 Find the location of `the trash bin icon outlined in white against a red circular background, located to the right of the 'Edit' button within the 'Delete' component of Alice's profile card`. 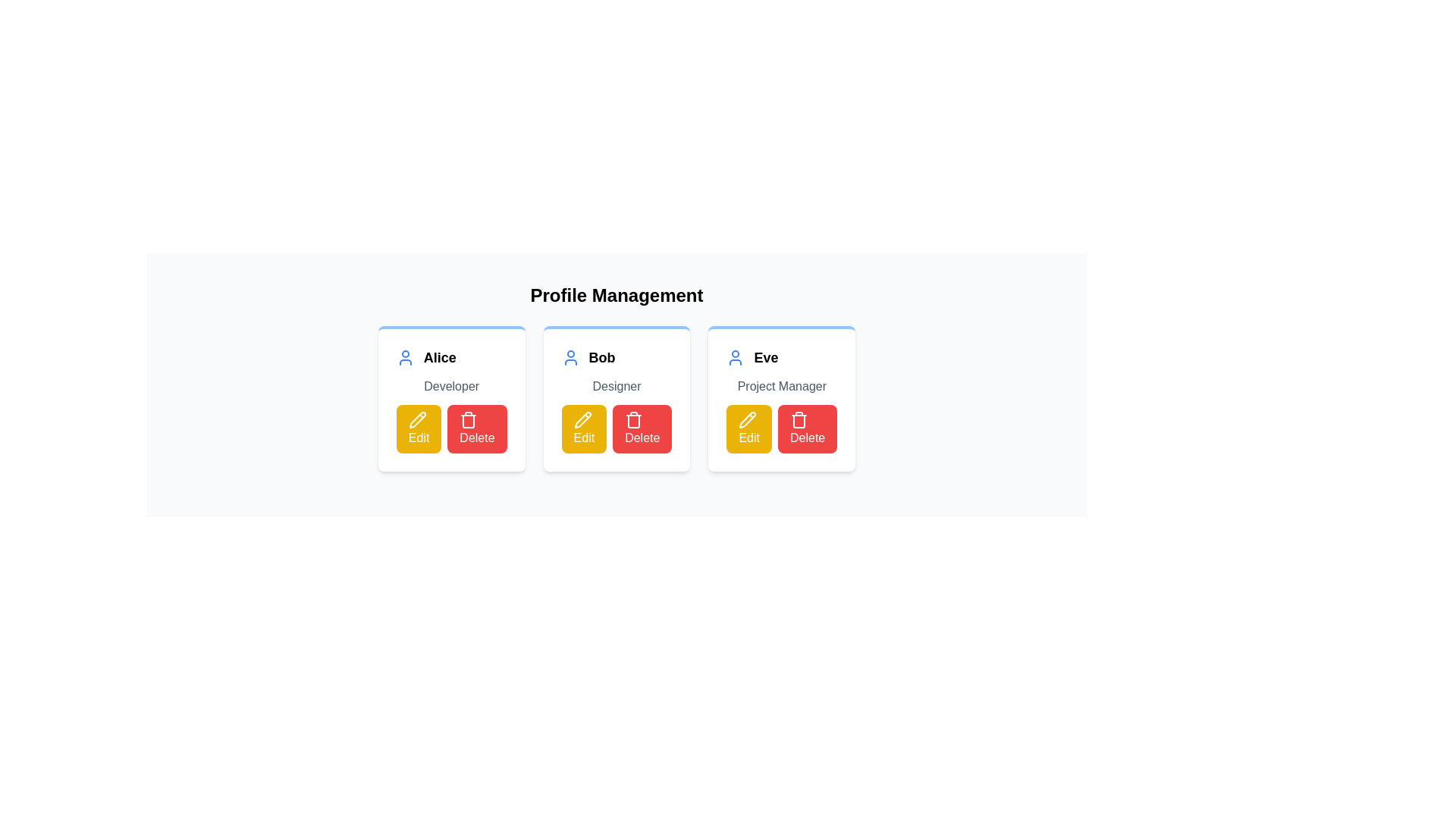

the trash bin icon outlined in white against a red circular background, located to the right of the 'Edit' button within the 'Delete' component of Alice's profile card is located at coordinates (468, 420).